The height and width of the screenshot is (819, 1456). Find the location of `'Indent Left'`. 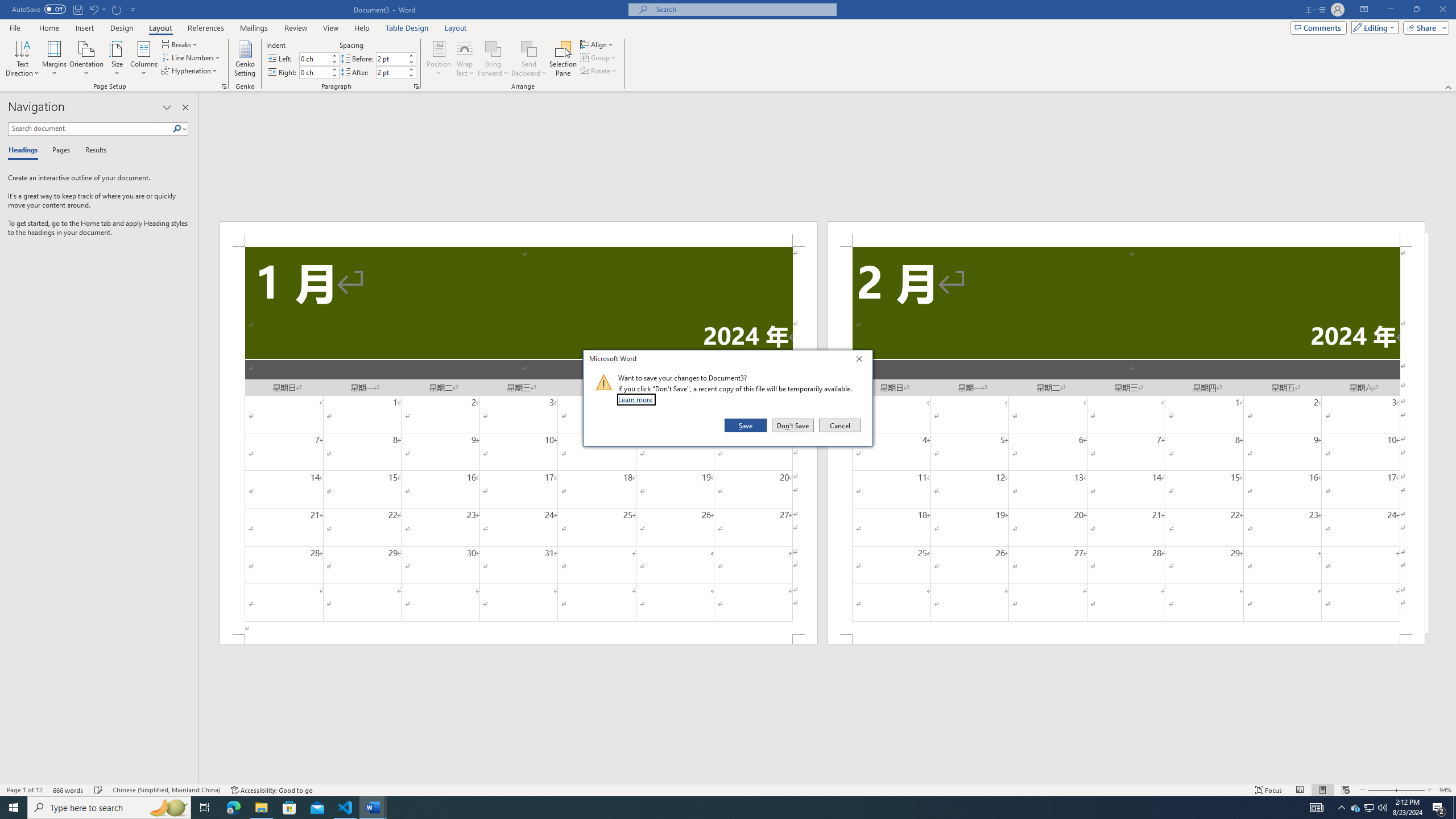

'Indent Left' is located at coordinates (313, 58).